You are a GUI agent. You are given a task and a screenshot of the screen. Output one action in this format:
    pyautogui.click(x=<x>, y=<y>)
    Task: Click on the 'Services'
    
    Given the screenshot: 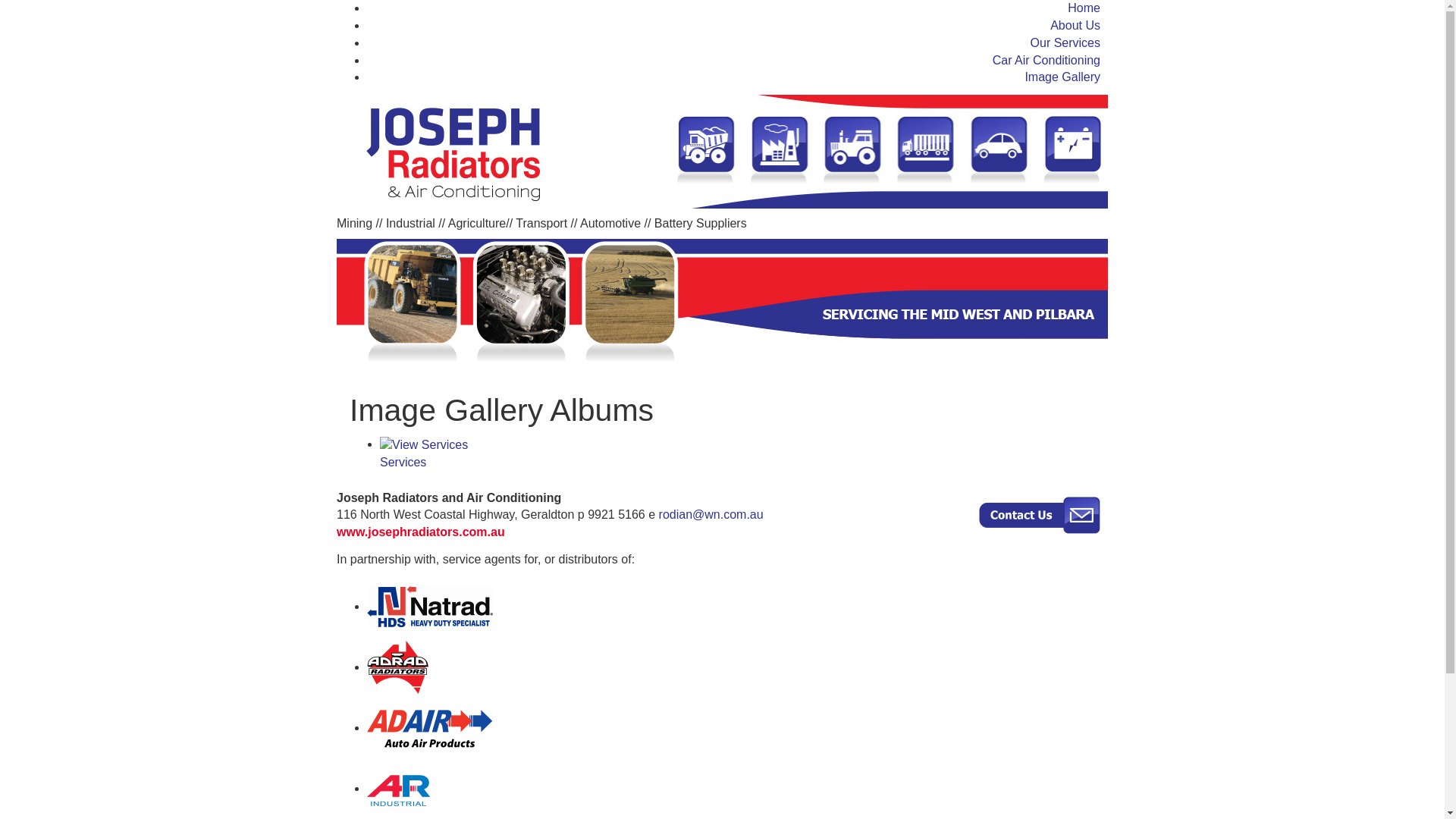 What is the action you would take?
    pyautogui.click(x=423, y=444)
    